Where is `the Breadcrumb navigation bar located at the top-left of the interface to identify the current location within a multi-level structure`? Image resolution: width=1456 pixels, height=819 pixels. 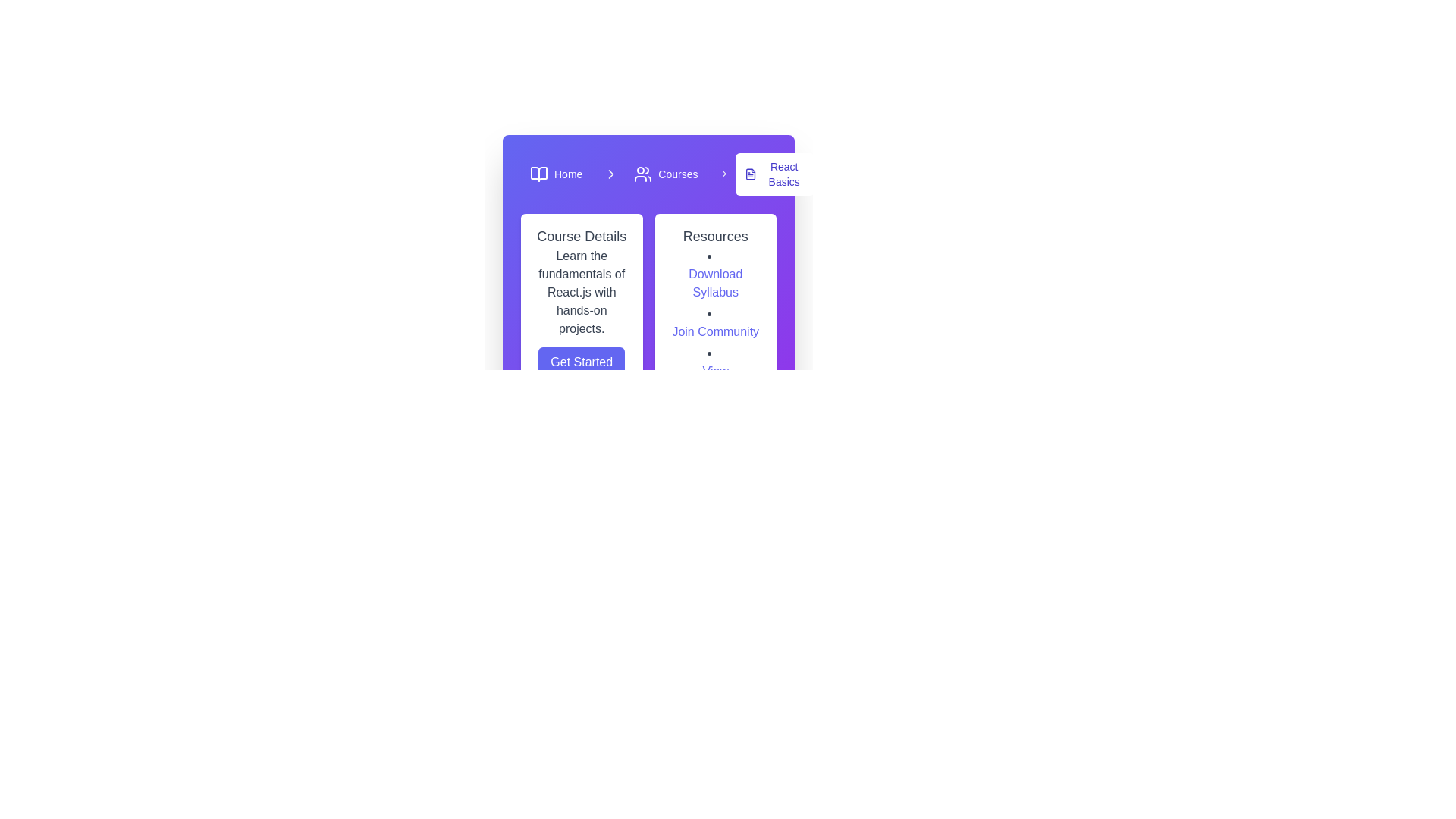
the Breadcrumb navigation bar located at the top-left of the interface to identify the current location within a multi-level structure is located at coordinates (648, 174).